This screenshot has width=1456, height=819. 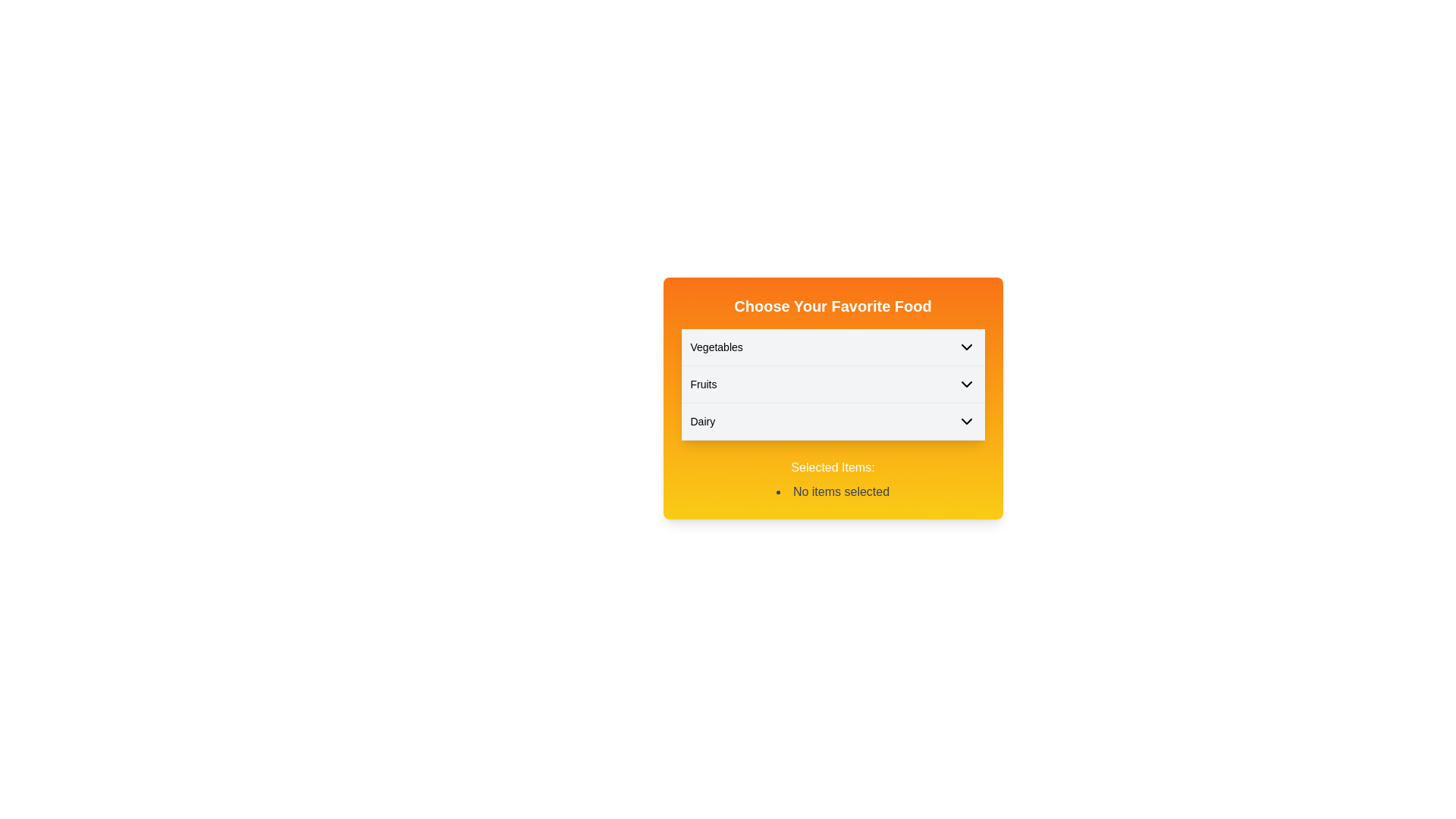 What do you see at coordinates (832, 347) in the screenshot?
I see `the dropdown selection row labeled 'Vegetables'` at bounding box center [832, 347].